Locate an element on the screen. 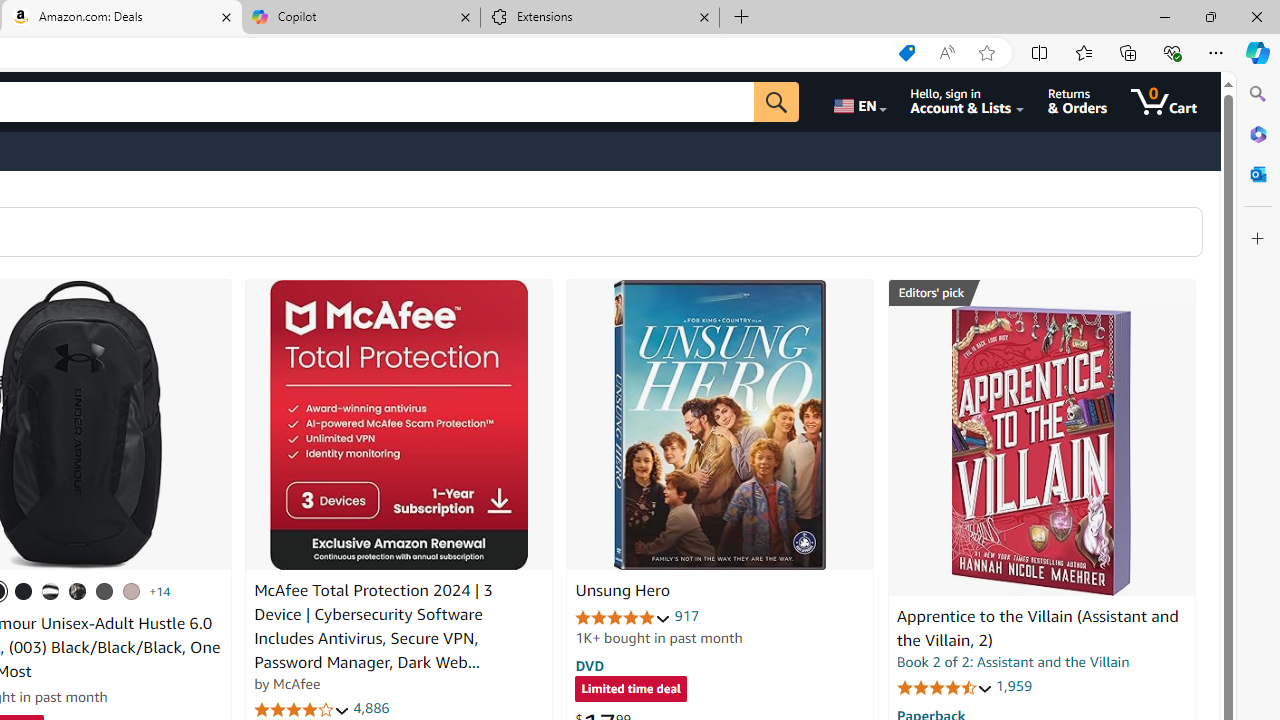 The width and height of the screenshot is (1280, 720). '(001) Black / Black / Metallic Gold' is located at coordinates (24, 590).